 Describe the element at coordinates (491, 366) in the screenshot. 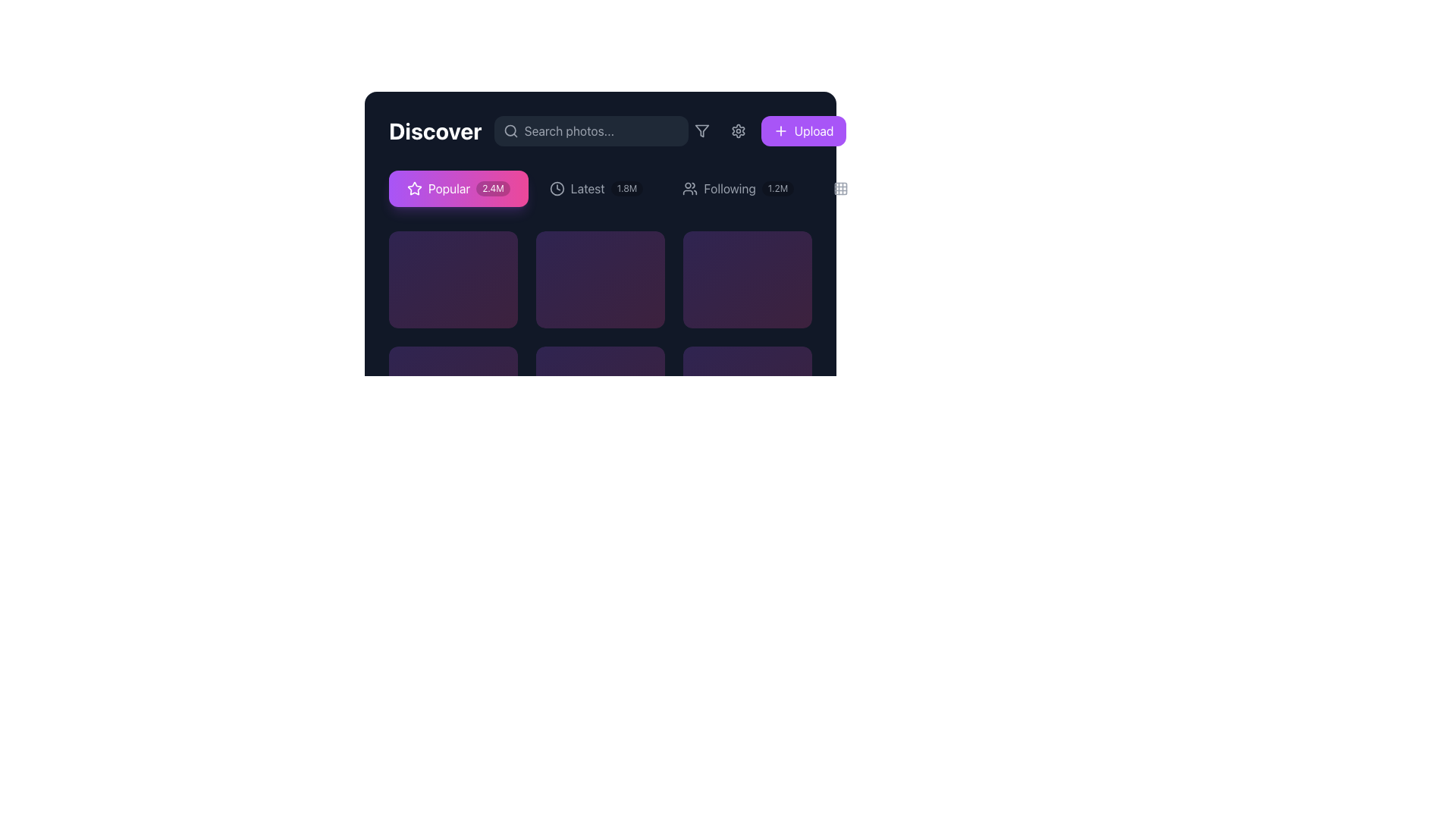

I see `SVG icon representing a bookmarking action, centrally located within its circular button-like structure` at that location.